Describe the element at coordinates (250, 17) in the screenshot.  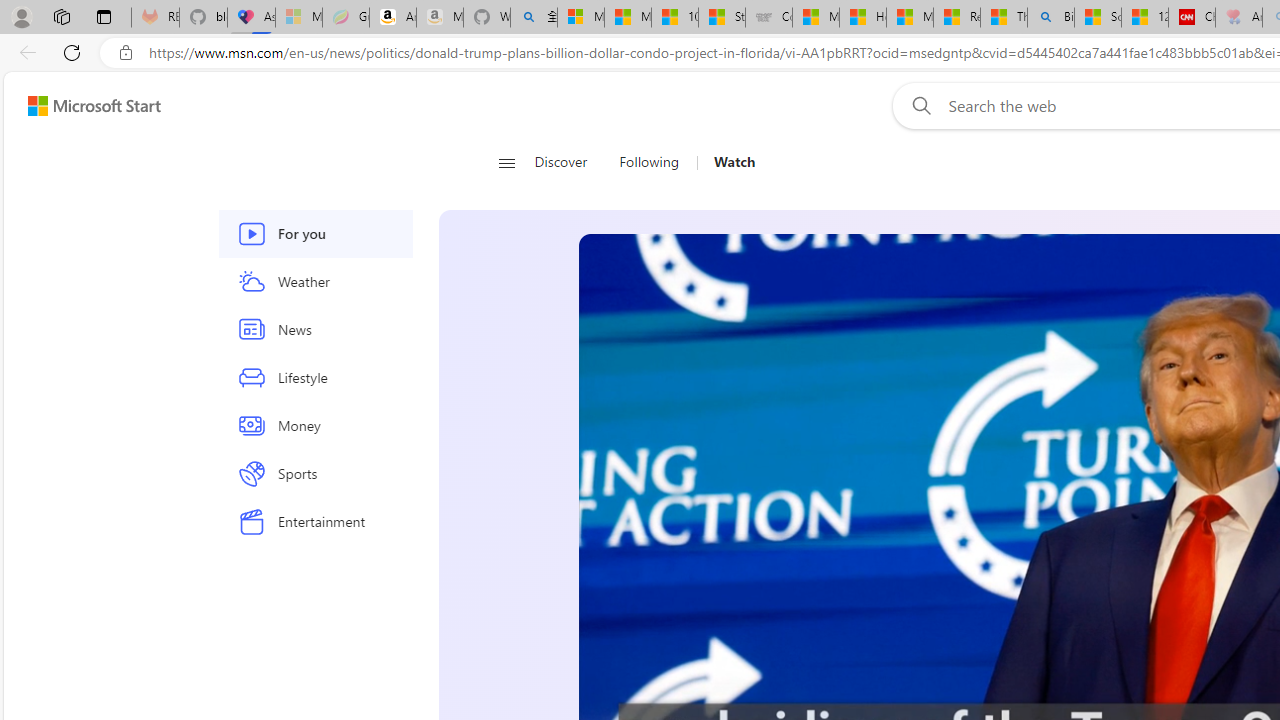
I see `'Asthma Inhalers: Names and Types'` at that location.